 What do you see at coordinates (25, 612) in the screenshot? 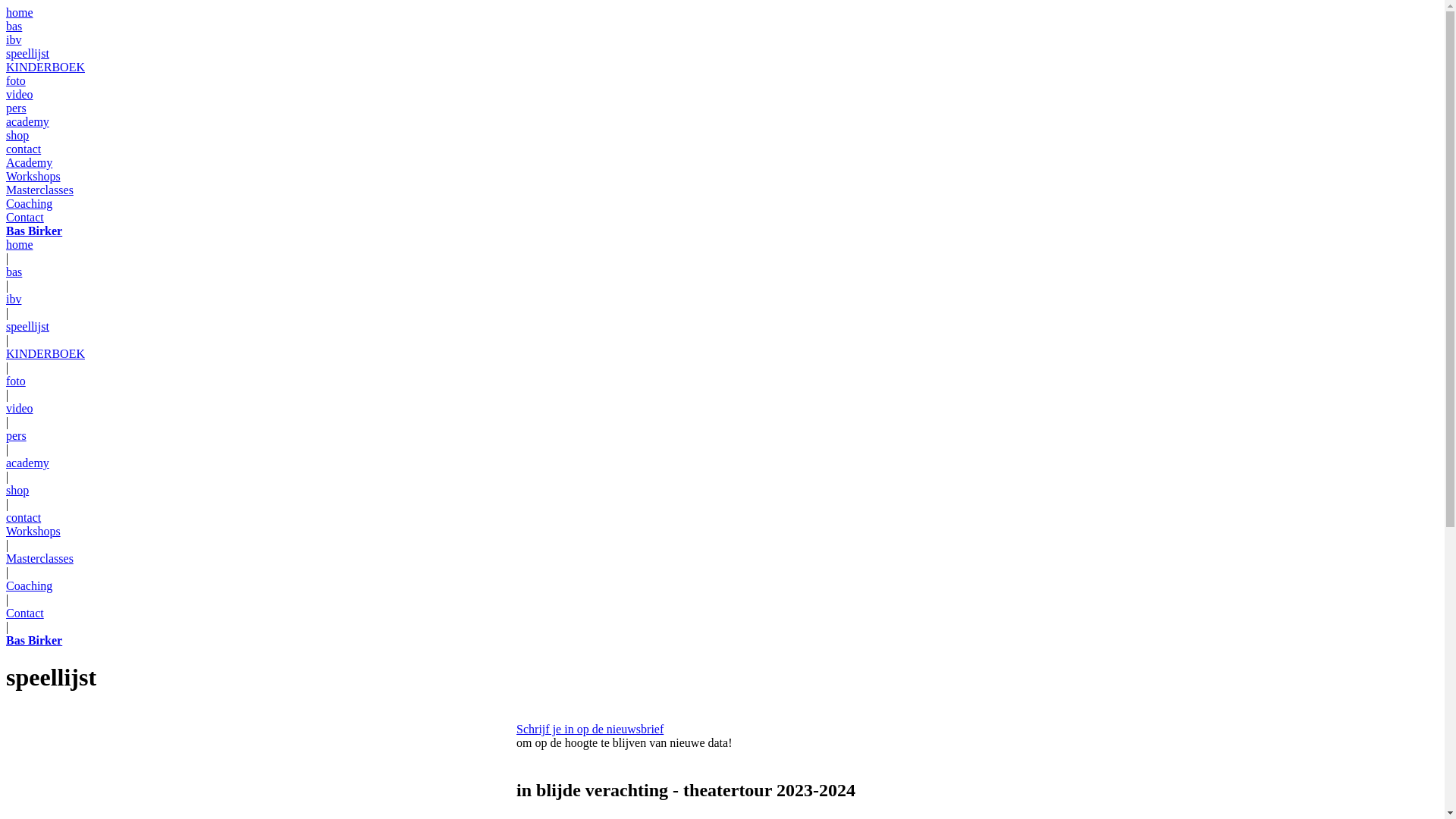
I see `'Contact'` at bounding box center [25, 612].